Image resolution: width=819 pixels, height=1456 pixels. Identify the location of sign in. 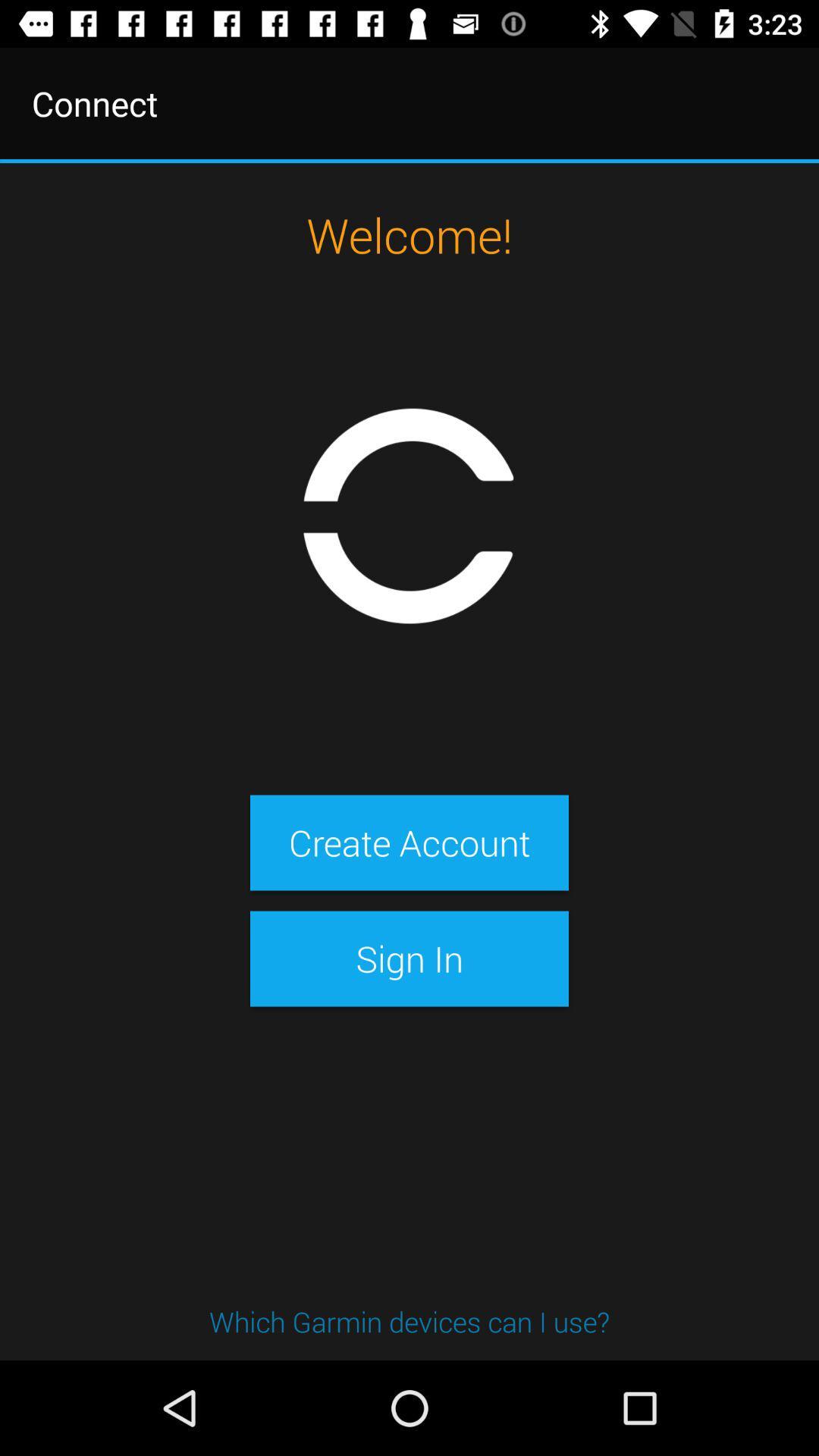
(409, 958).